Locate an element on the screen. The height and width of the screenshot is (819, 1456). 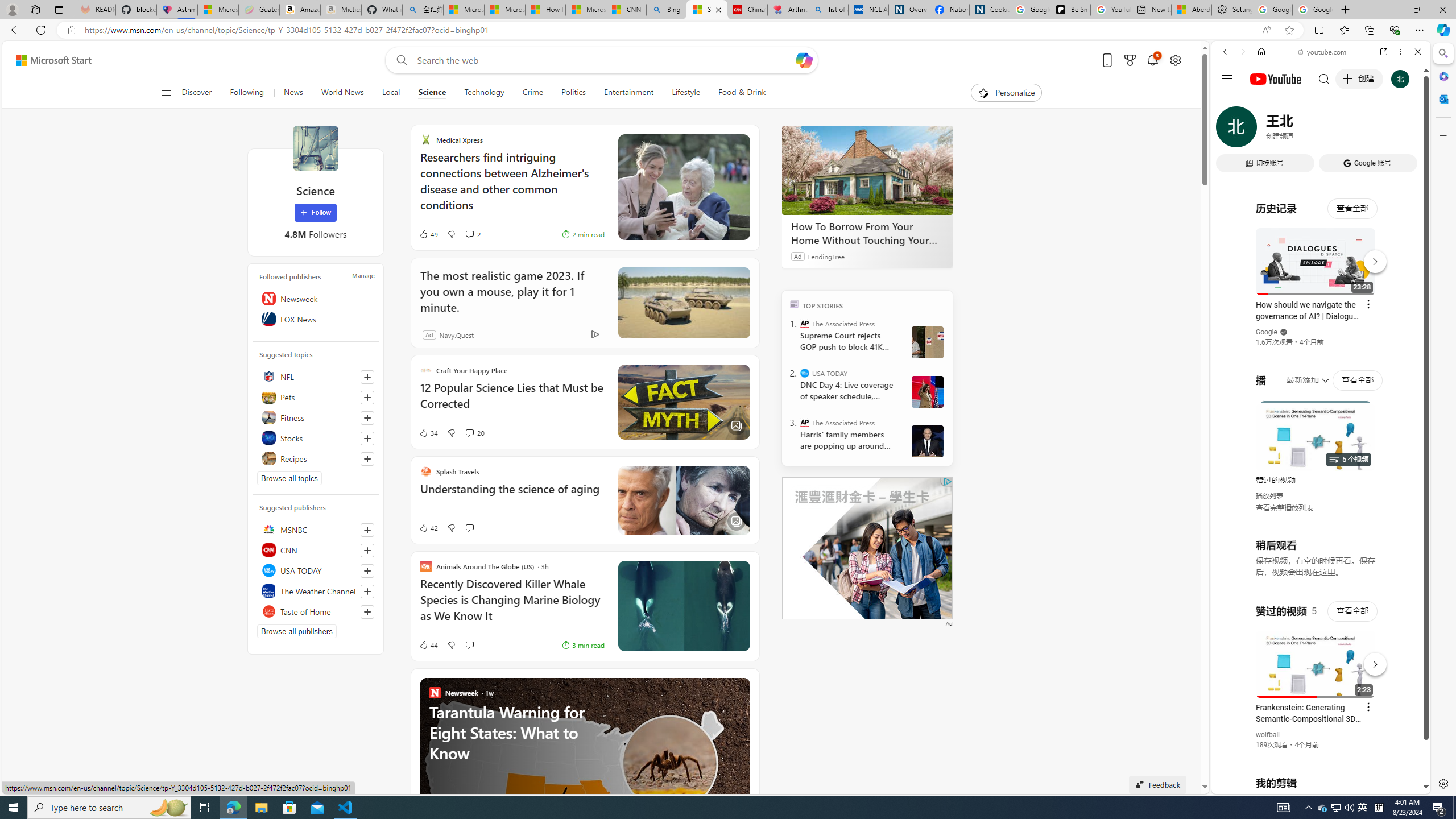
'Cookies' is located at coordinates (988, 9).